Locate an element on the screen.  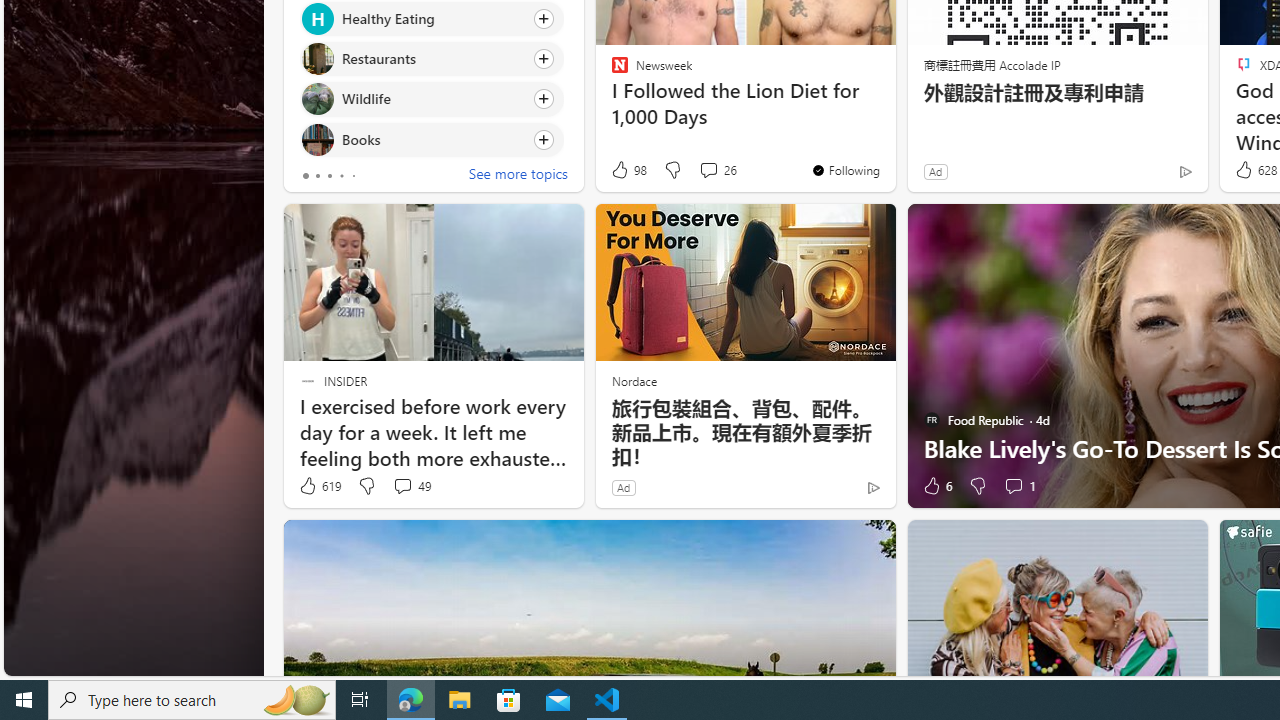
'View comments 49 Comment' is located at coordinates (401, 486).